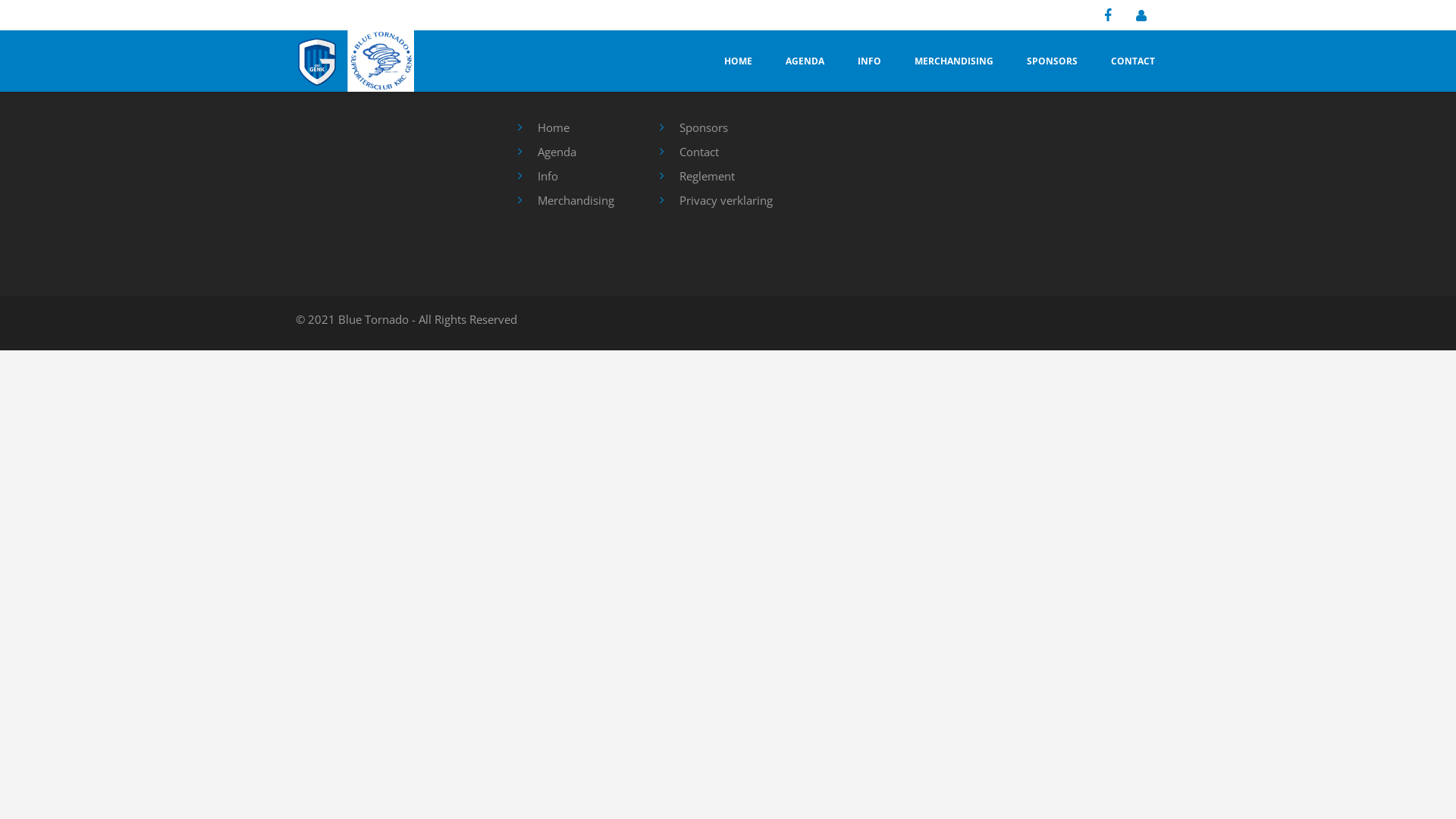 This screenshot has height=819, width=1456. What do you see at coordinates (537, 199) in the screenshot?
I see `'Merchandising'` at bounding box center [537, 199].